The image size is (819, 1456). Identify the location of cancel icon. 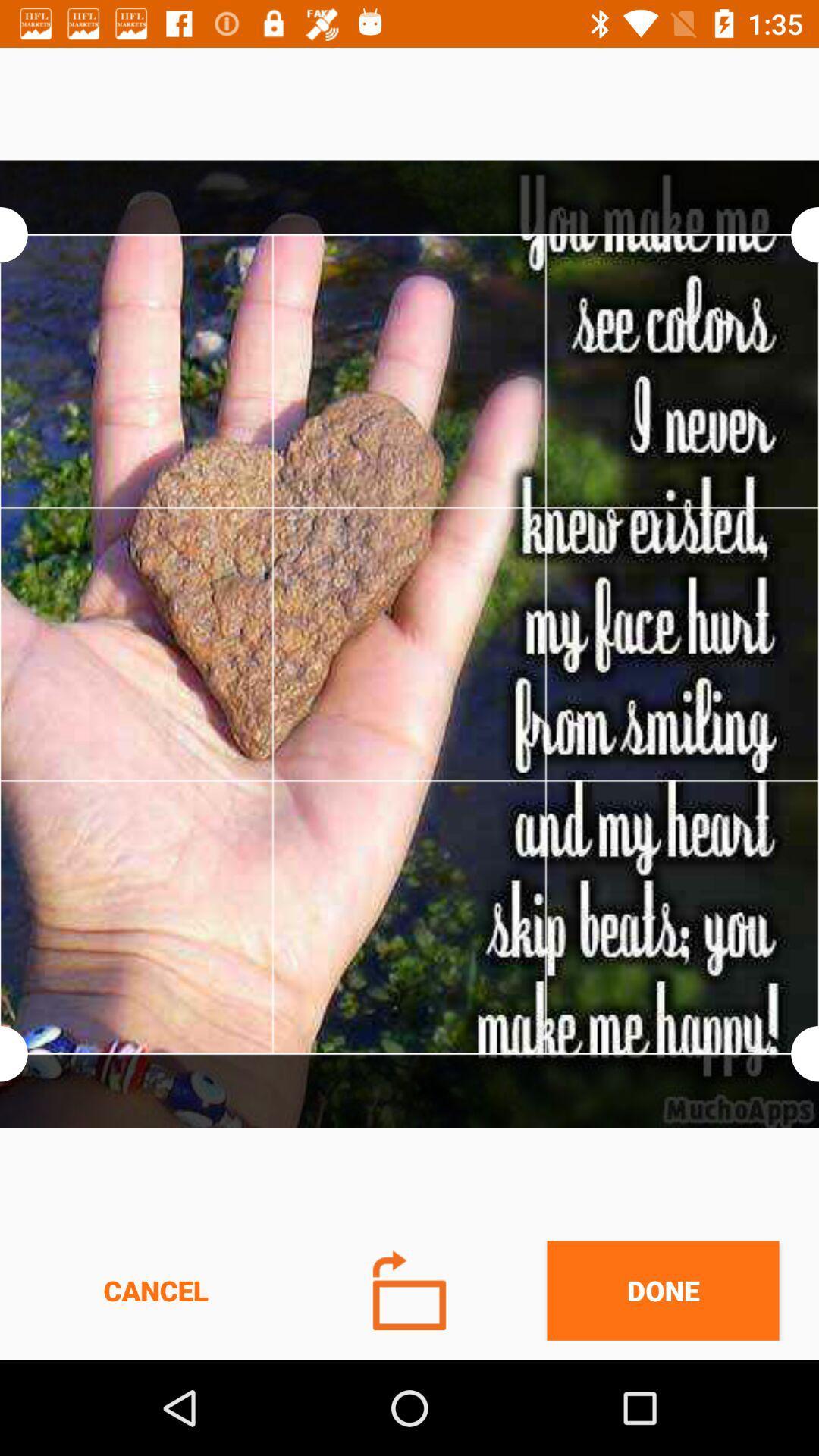
(155, 1290).